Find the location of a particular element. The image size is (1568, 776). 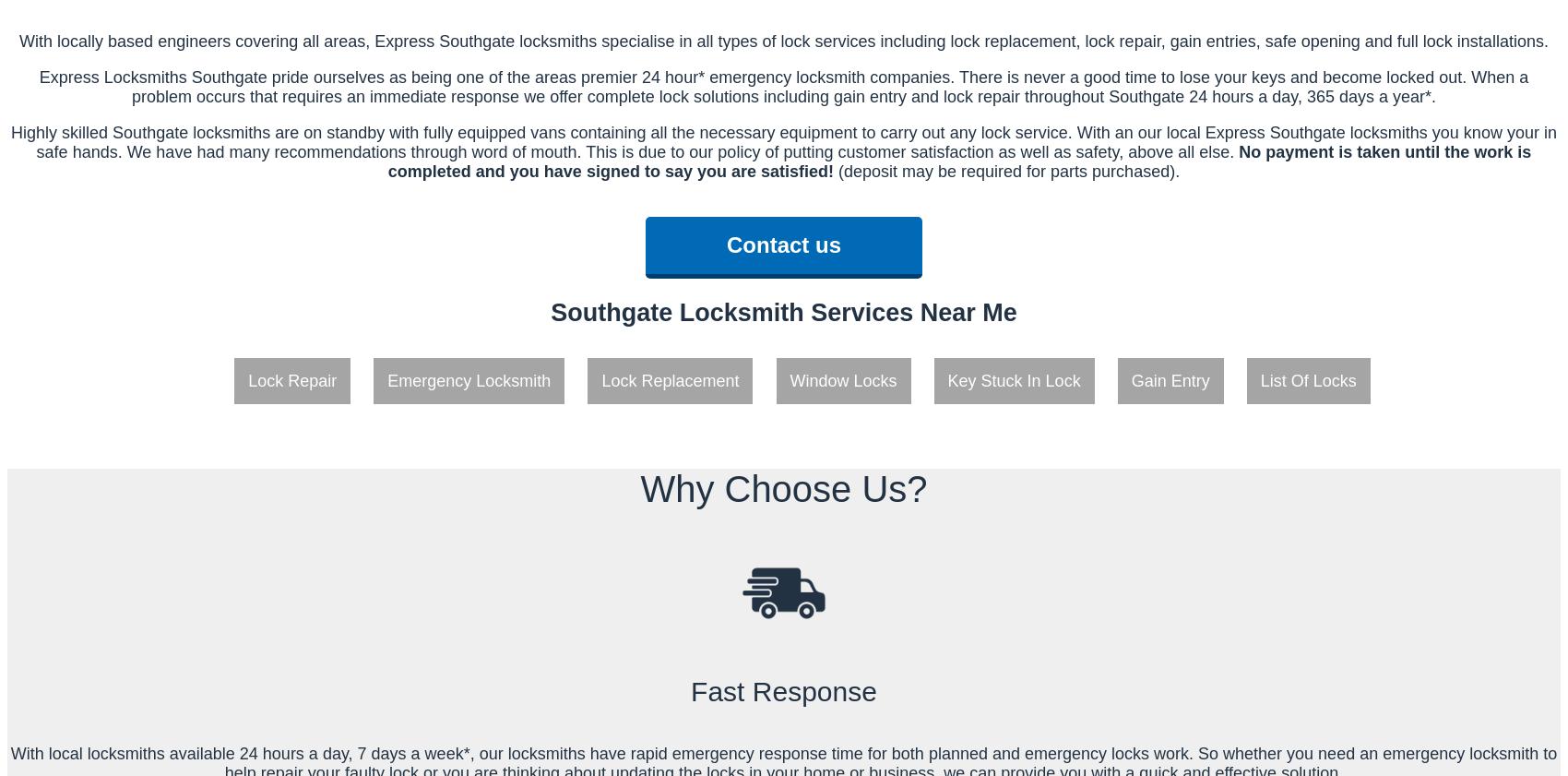

'Fast Response' is located at coordinates (782, 690).